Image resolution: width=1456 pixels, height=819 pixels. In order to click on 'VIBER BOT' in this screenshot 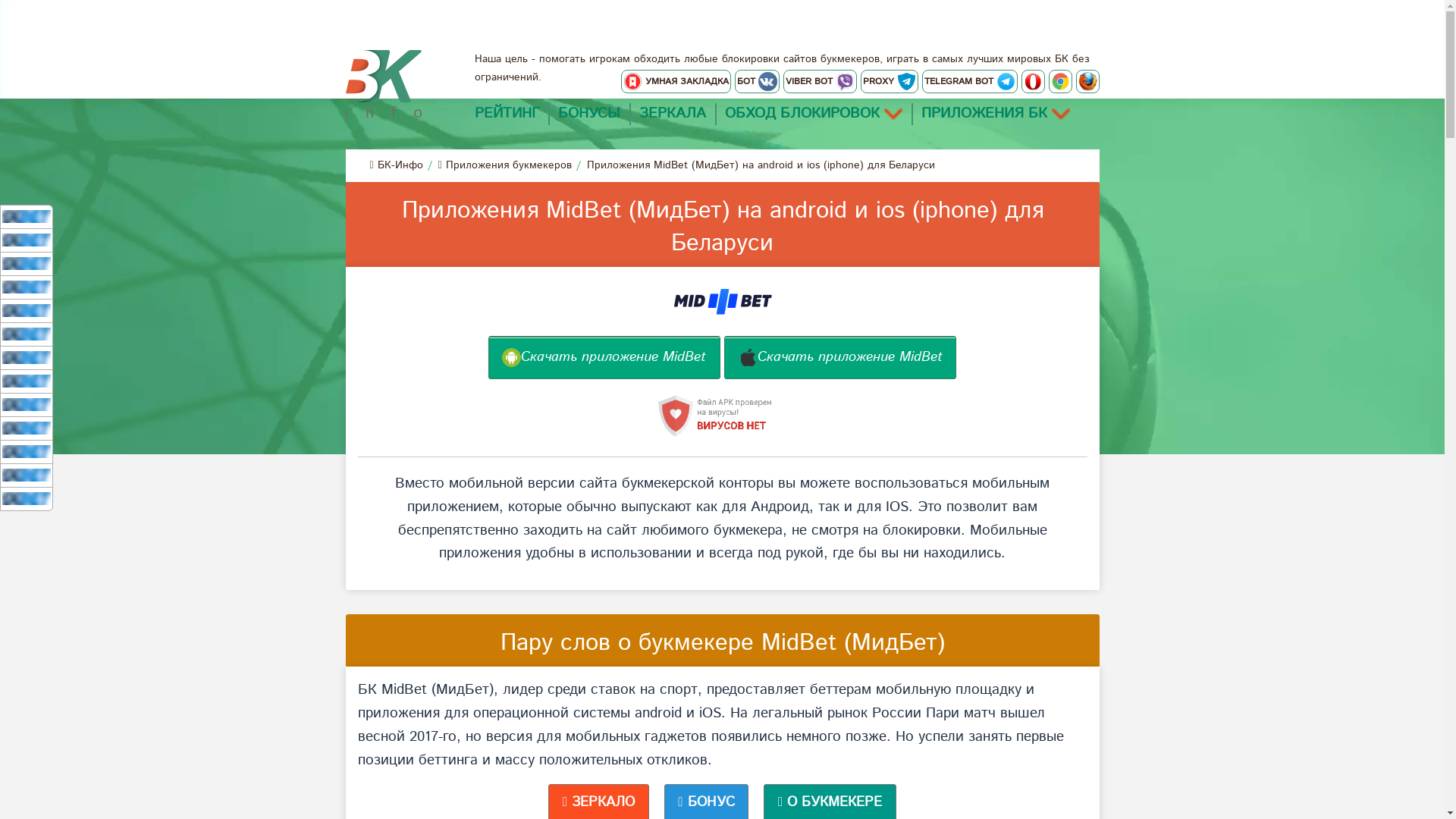, I will do `click(818, 81)`.